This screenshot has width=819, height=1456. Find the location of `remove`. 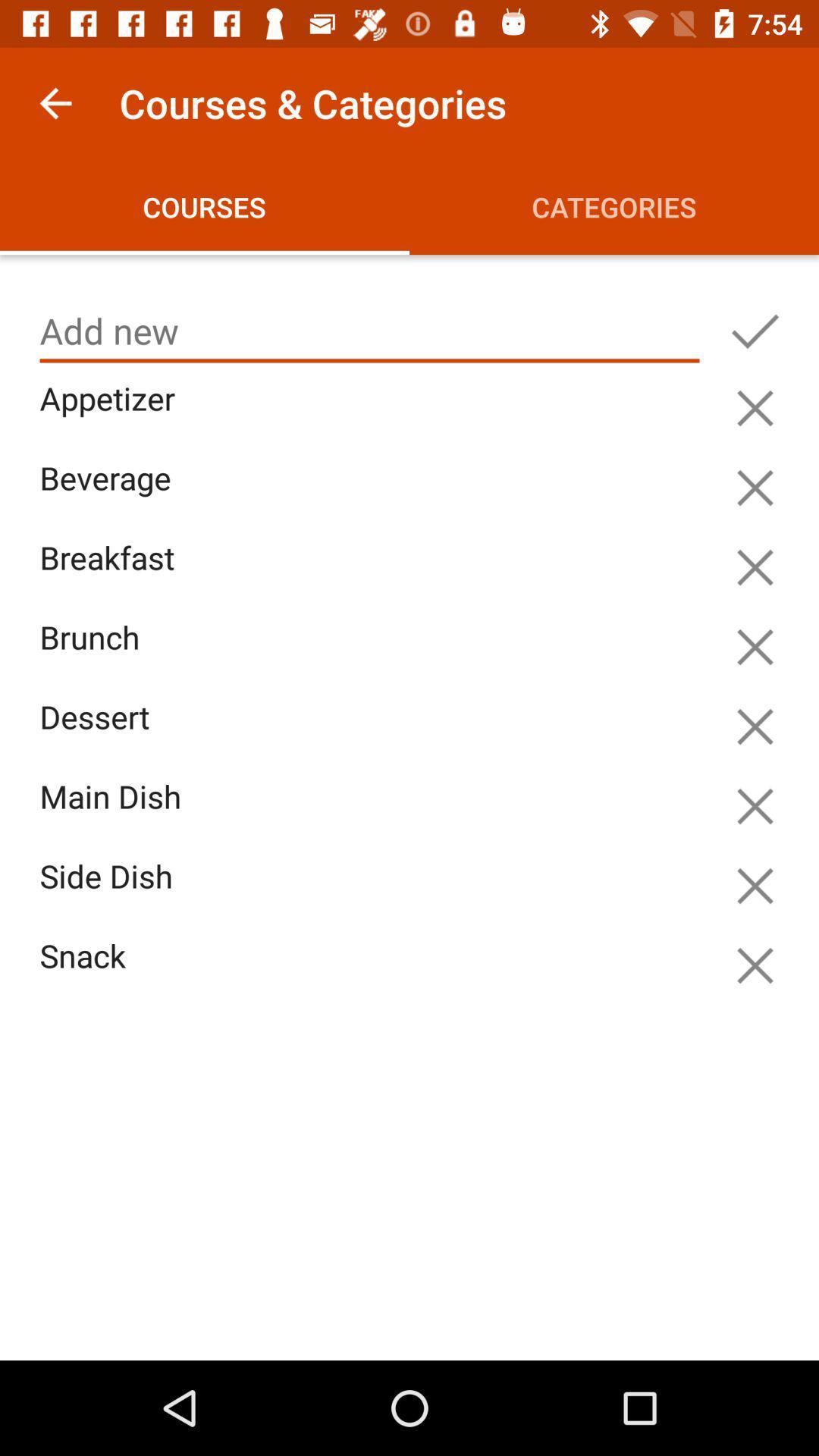

remove is located at coordinates (755, 965).